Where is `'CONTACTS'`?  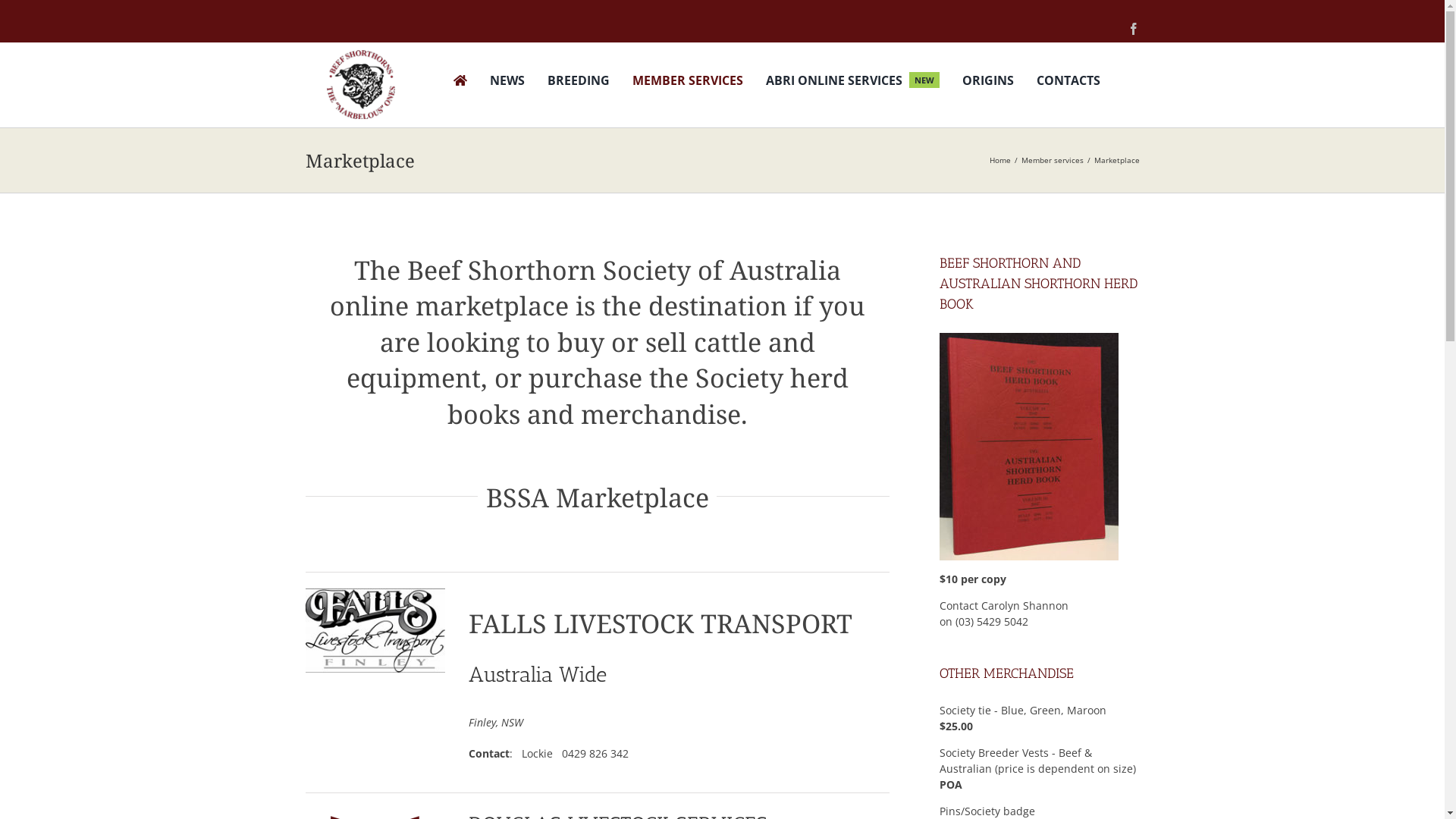 'CONTACTS' is located at coordinates (1068, 82).